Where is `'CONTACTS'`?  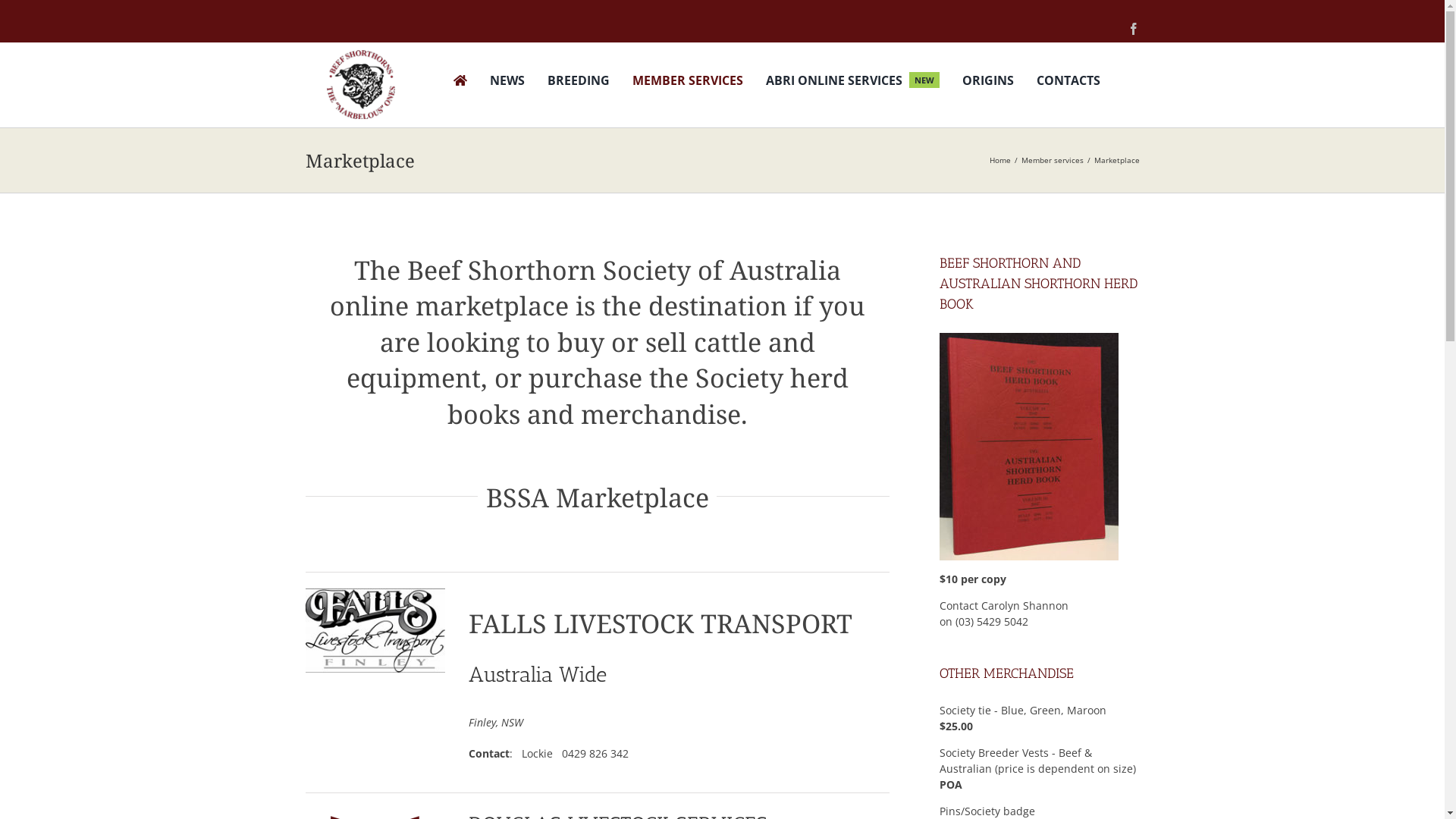 'CONTACTS' is located at coordinates (1068, 82).